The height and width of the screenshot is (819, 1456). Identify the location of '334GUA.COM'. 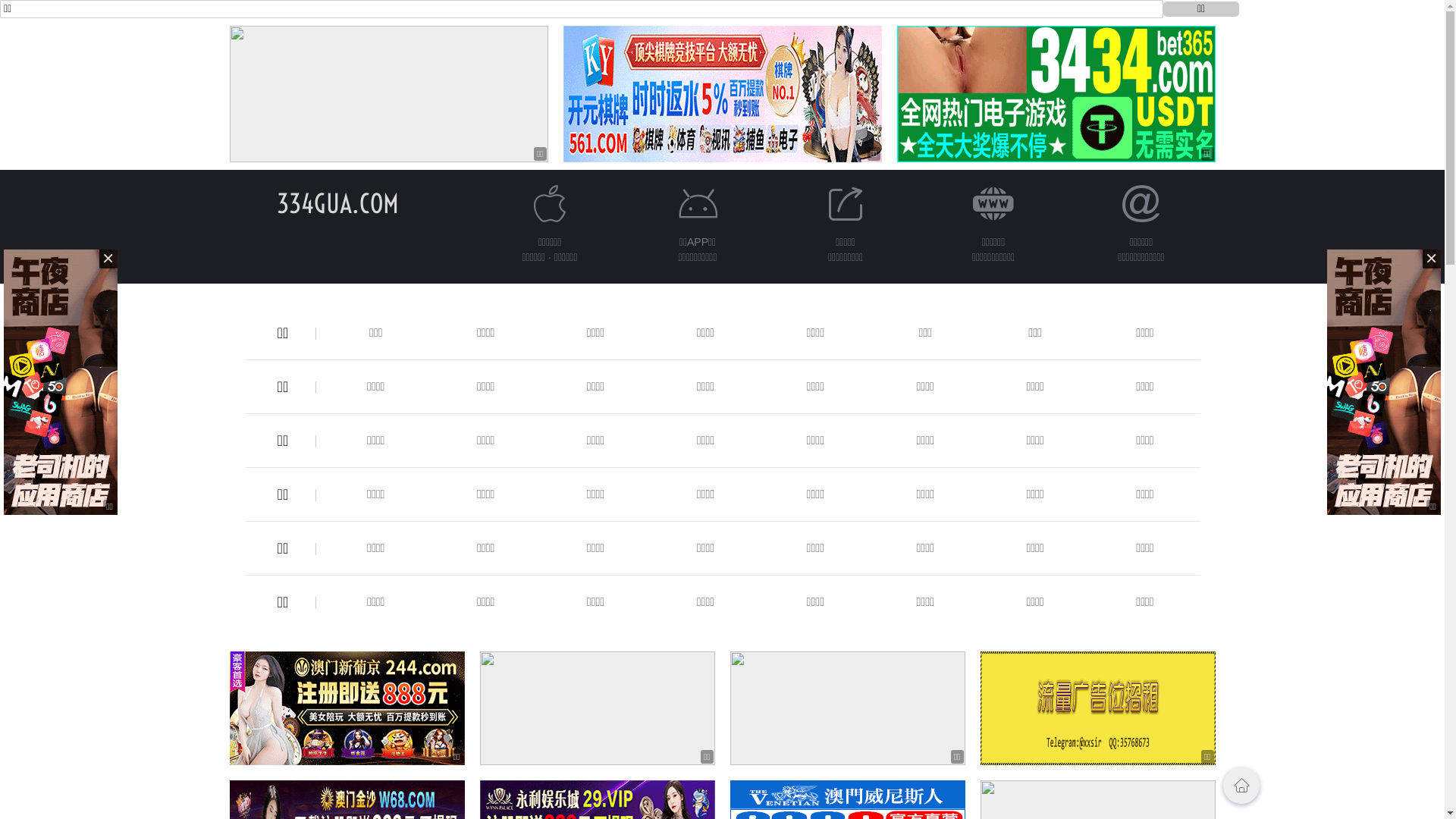
(337, 202).